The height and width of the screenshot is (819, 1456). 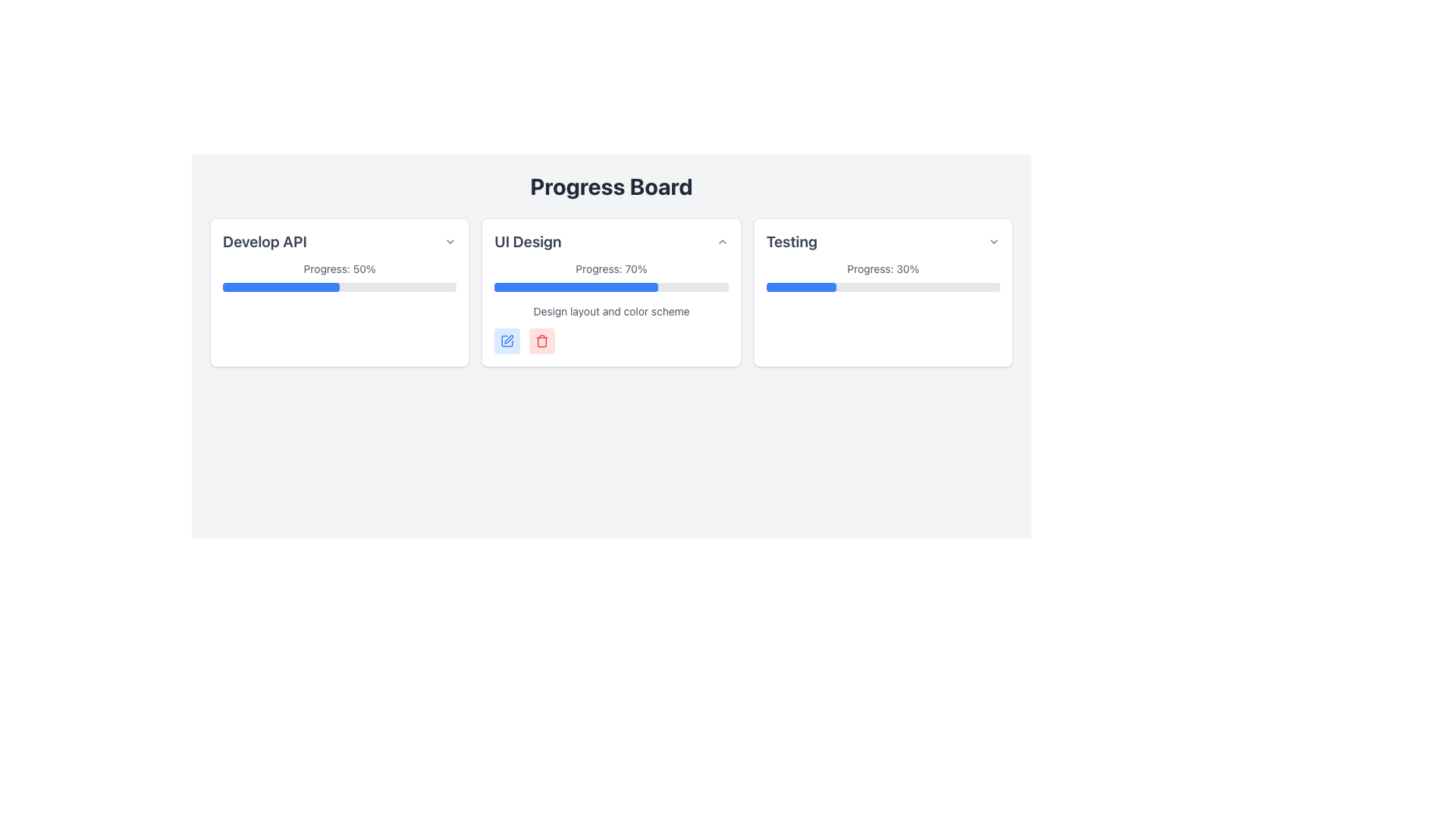 What do you see at coordinates (883, 287) in the screenshot?
I see `the progress bar located within the 'Testing' card, below the text 'Progress: 30%', which has a light gray background and a blue segment indicating progress` at bounding box center [883, 287].